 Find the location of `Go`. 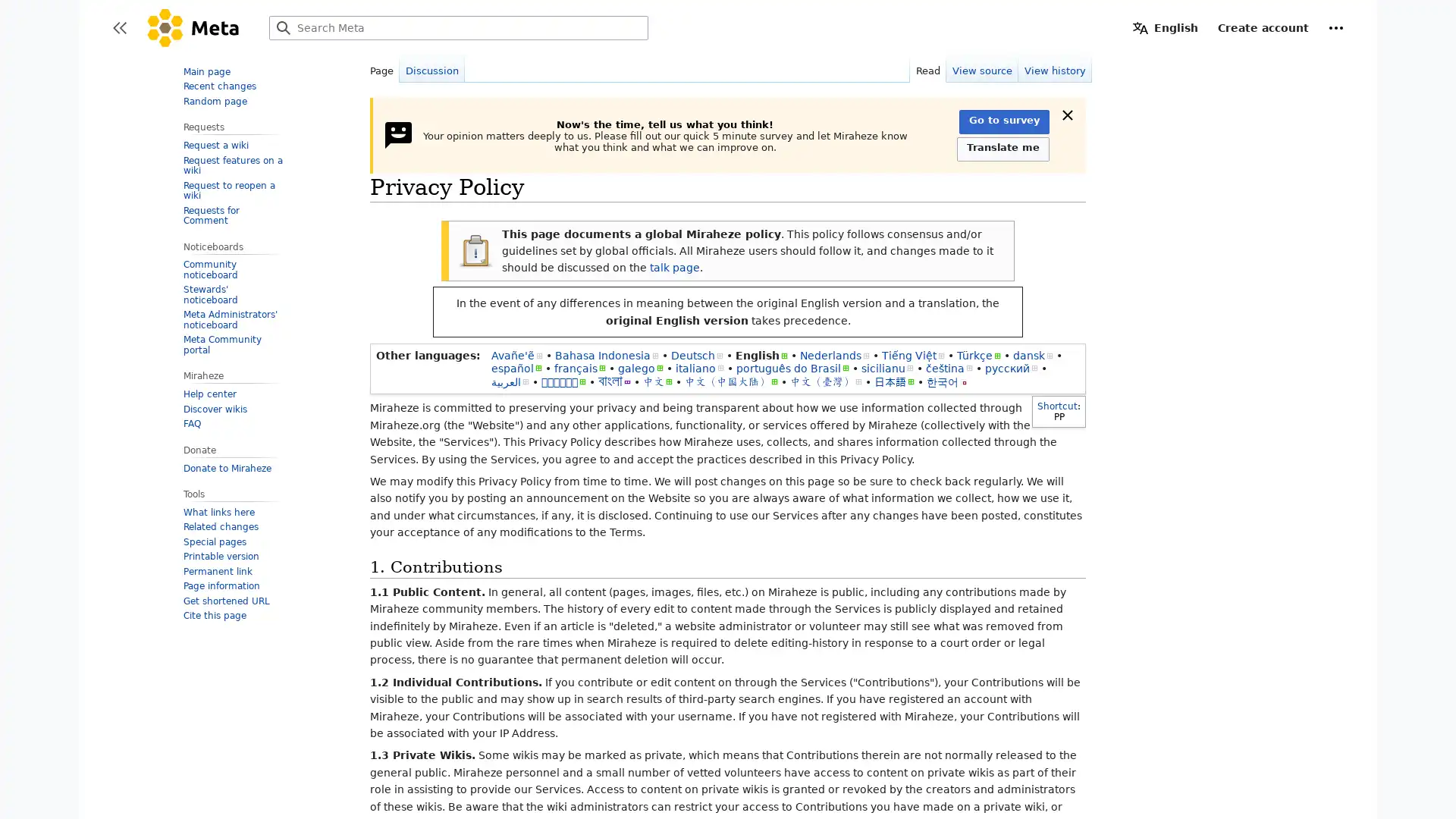

Go is located at coordinates (284, 28).